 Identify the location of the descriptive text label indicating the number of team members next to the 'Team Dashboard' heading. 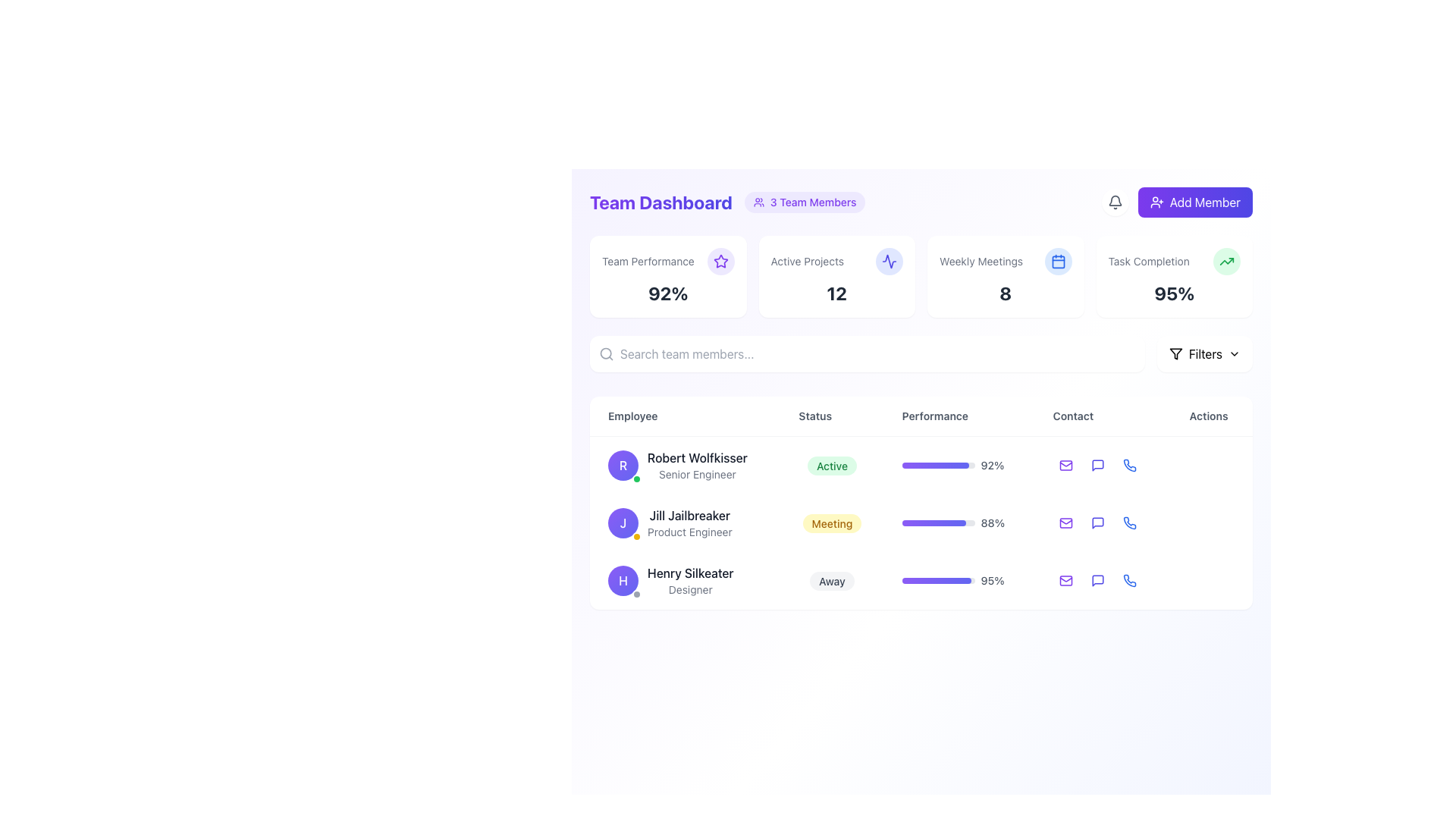
(812, 201).